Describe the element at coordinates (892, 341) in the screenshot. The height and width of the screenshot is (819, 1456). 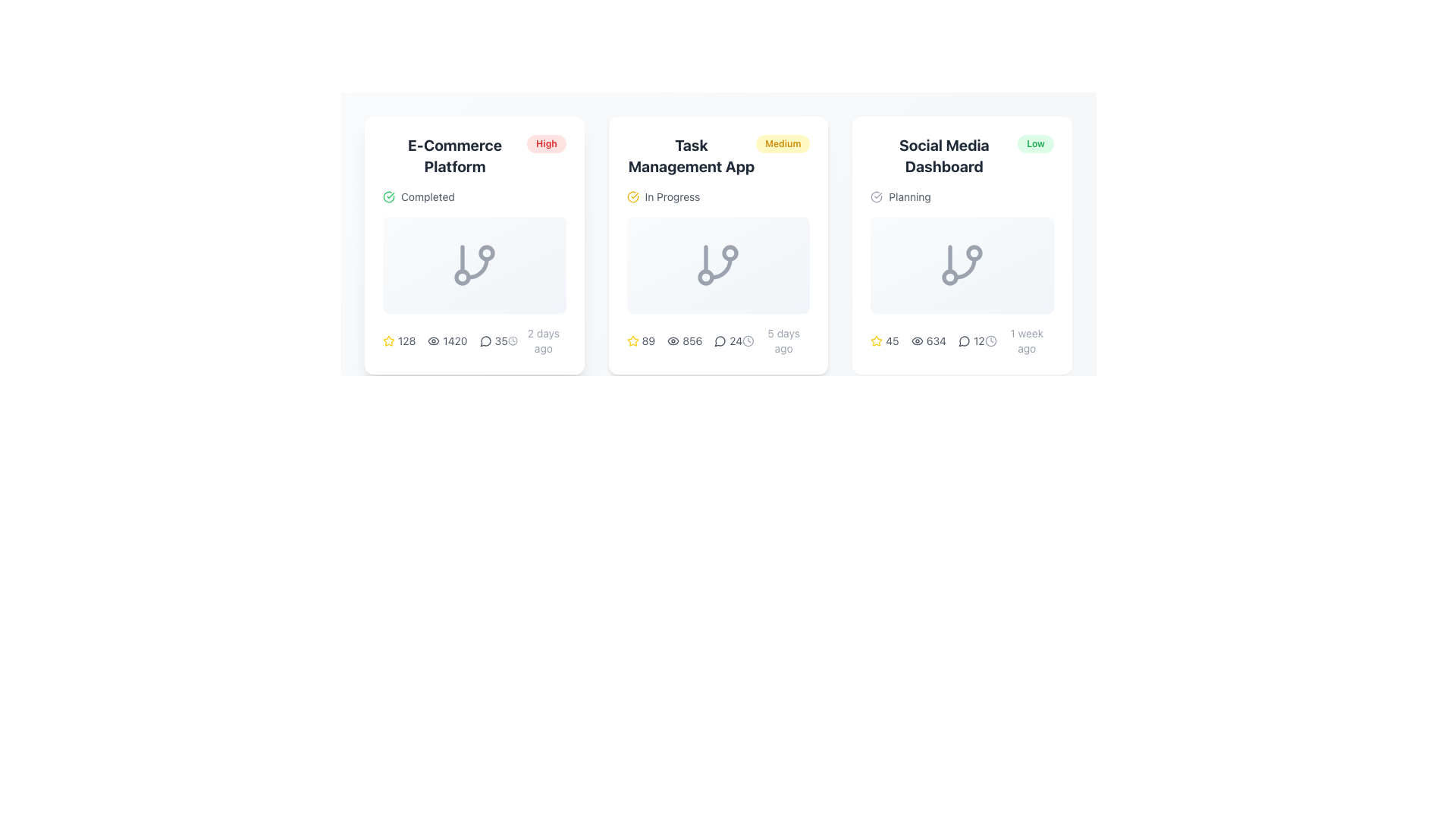
I see `the text label indicating the number of ratings or score associated with the 'Social Media Dashboard' card, located in the bottom section of the card to the right of the yellow star icon` at that location.